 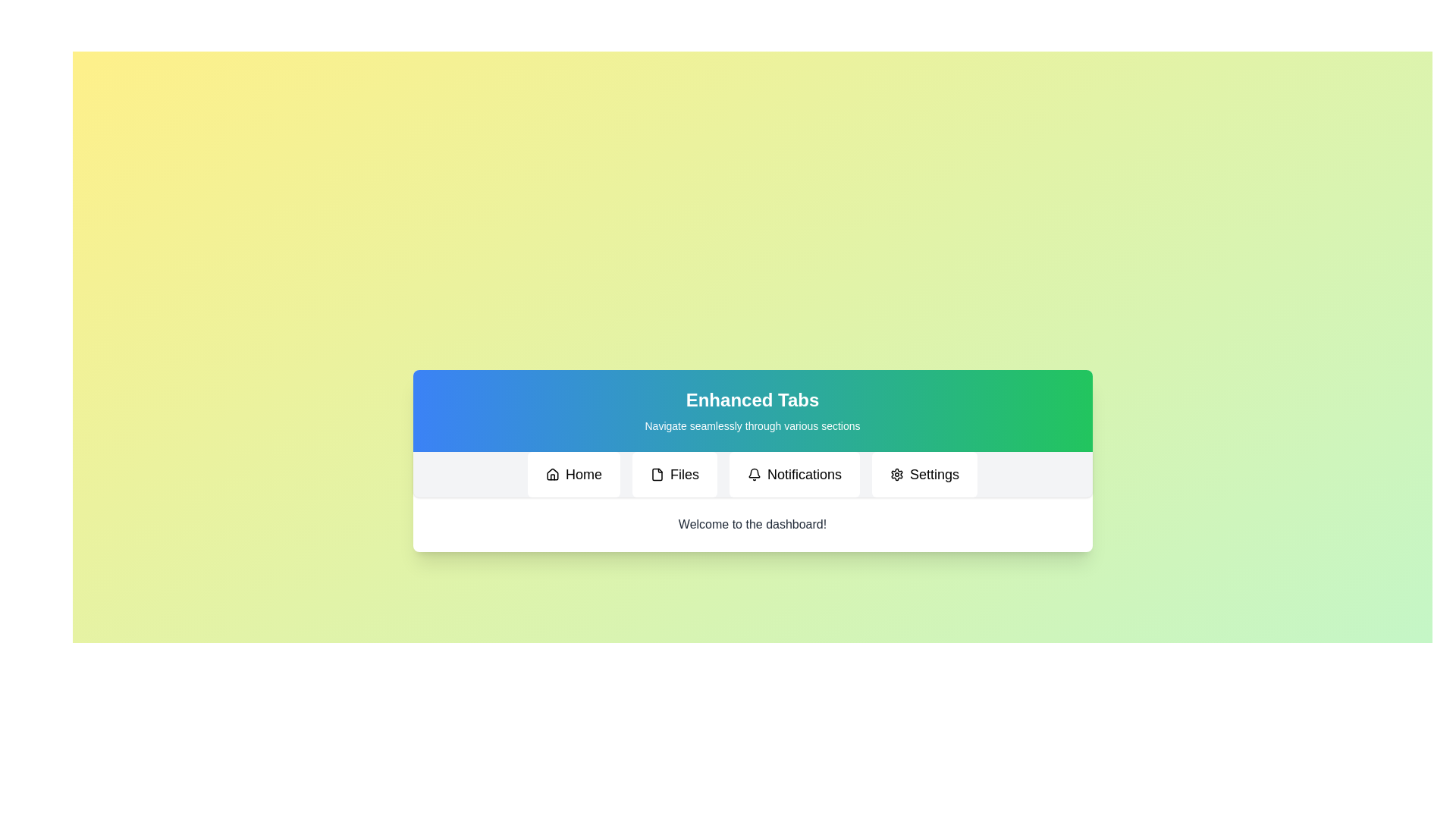 I want to click on the text label reading 'Enhanced Tabs', which is prominently displayed at the top-center of the page with a gradient background, so click(x=752, y=400).